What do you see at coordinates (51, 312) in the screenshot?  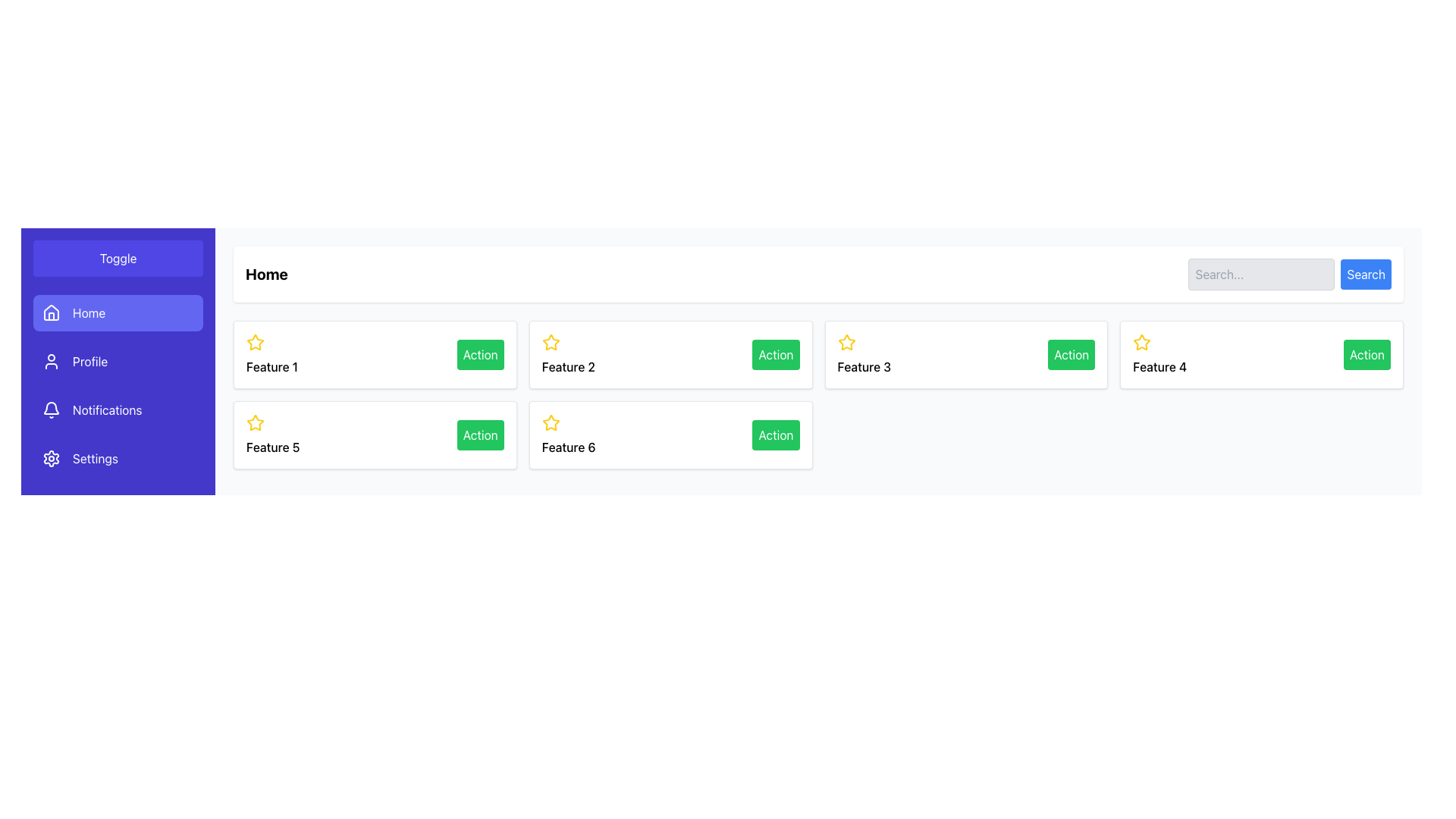 I see `the house icon in the left-side navigation bar that is part of the 'Home' menu item, which is located next to the label 'Home'` at bounding box center [51, 312].